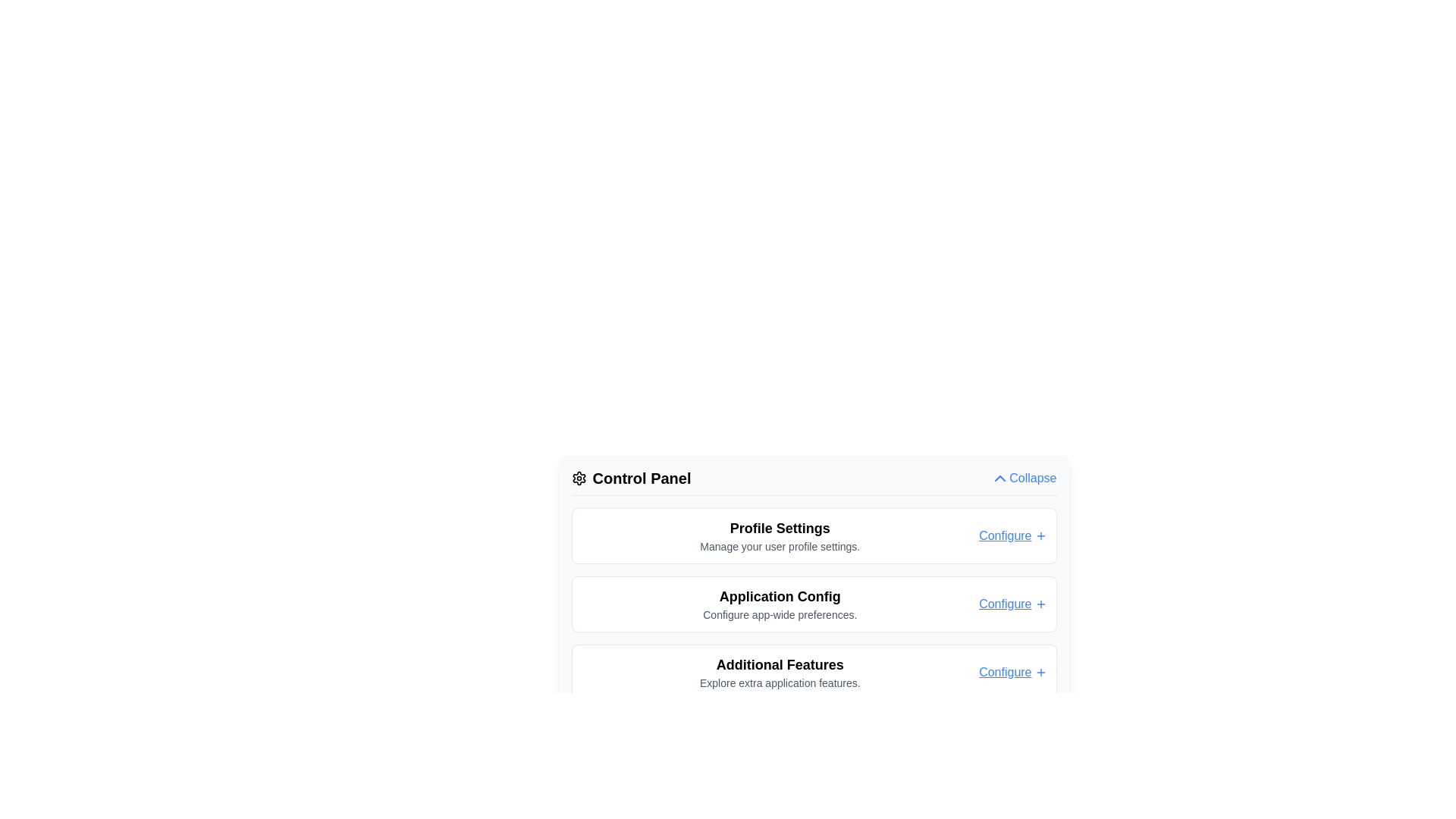  Describe the element at coordinates (631, 479) in the screenshot. I see `'Control Panel' header element that features a settings gear icon on its left, prominently displayed at the top of the section` at that location.